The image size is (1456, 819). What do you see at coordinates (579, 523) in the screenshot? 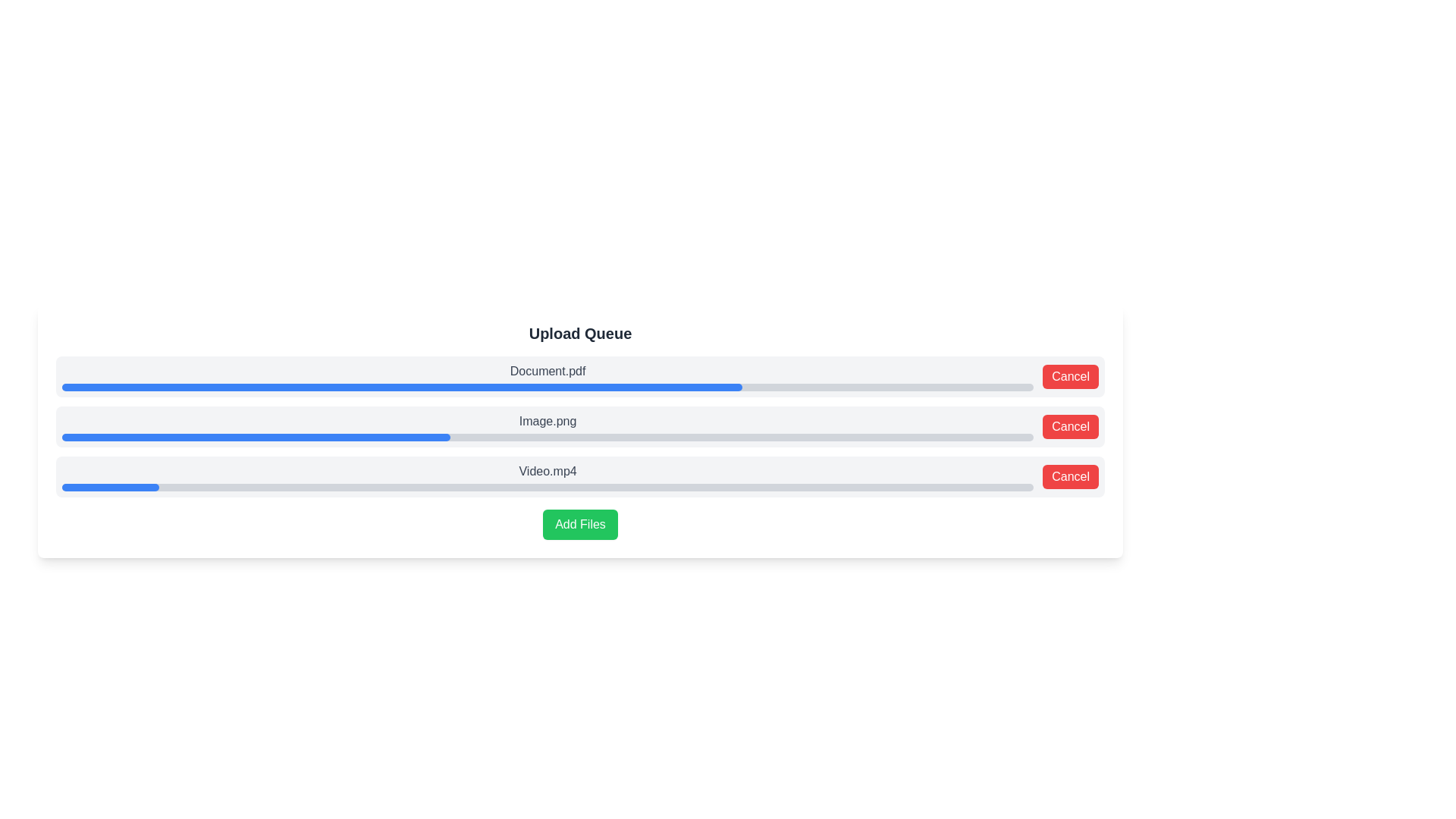
I see `the file upload button located at the bottom center of the interface` at bounding box center [579, 523].